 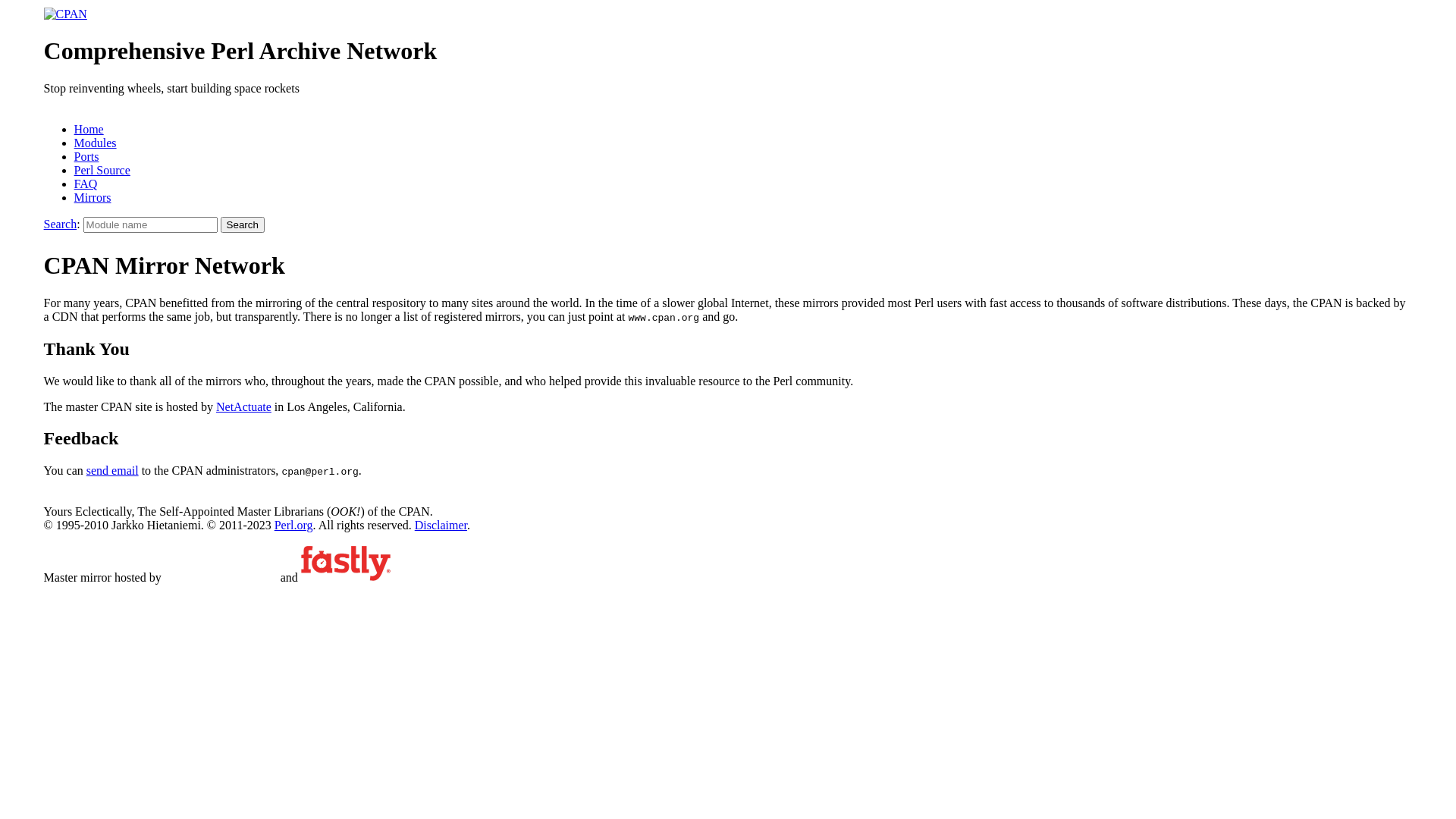 What do you see at coordinates (440, 524) in the screenshot?
I see `'Disclaimer'` at bounding box center [440, 524].